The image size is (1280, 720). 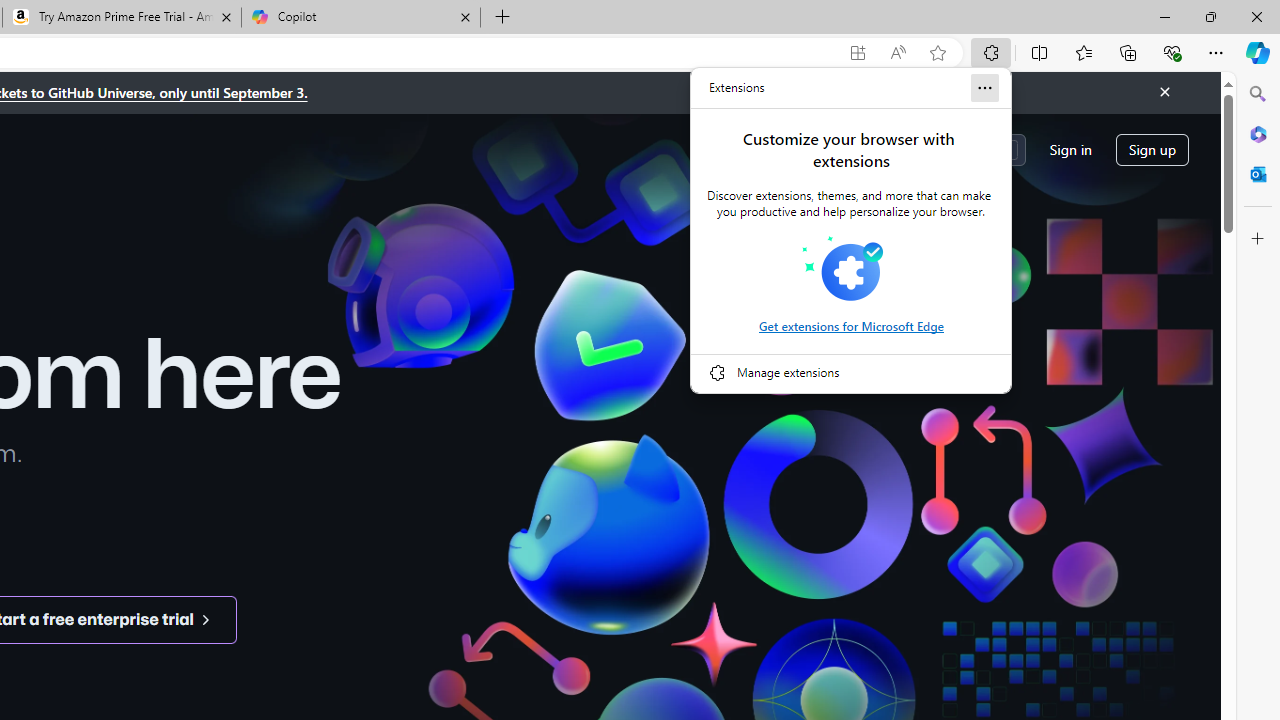 I want to click on 'Extensions', so click(x=736, y=87).